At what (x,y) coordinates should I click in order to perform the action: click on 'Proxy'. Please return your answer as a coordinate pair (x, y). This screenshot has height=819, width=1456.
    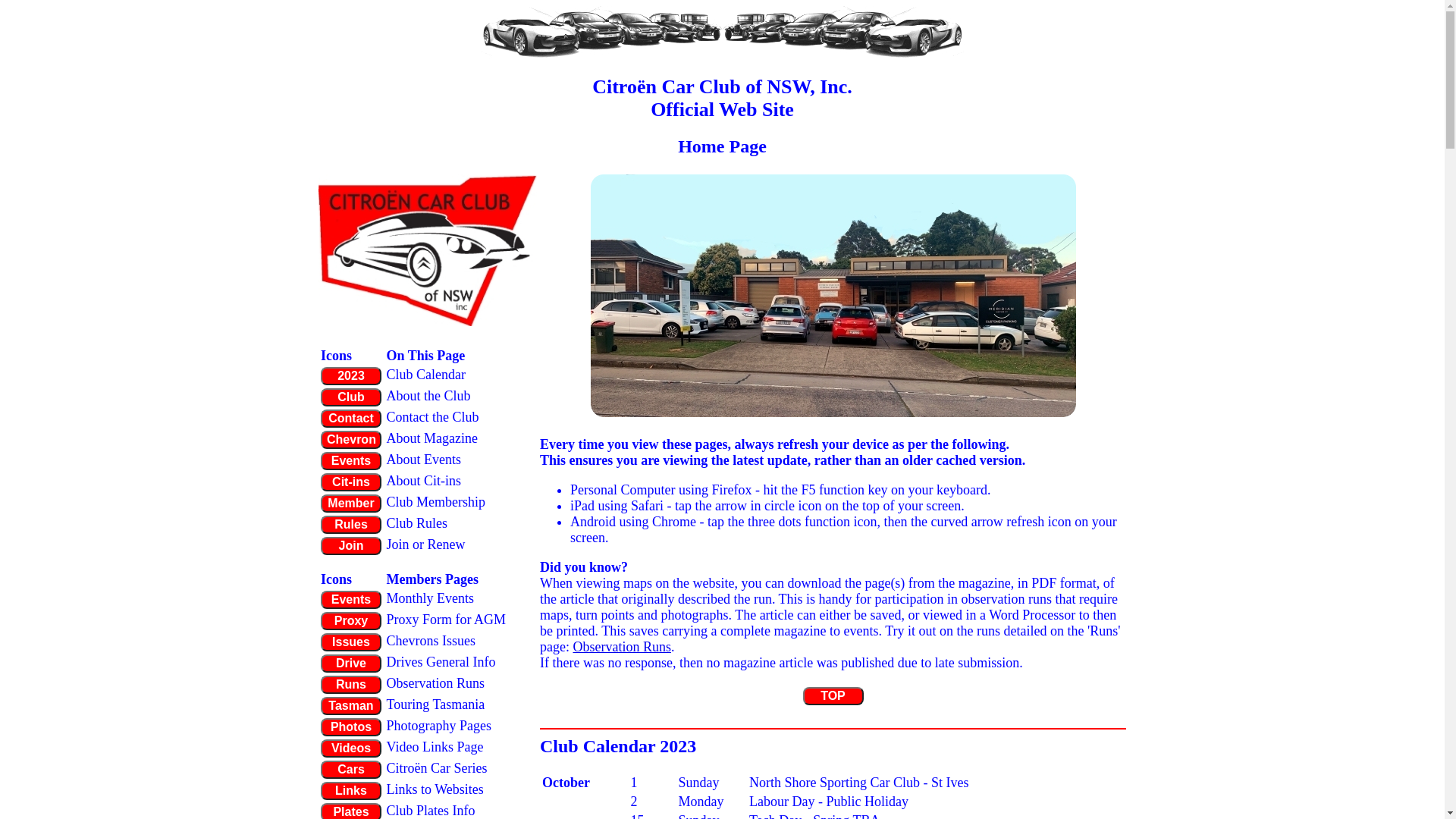
    Looking at the image, I should click on (319, 620).